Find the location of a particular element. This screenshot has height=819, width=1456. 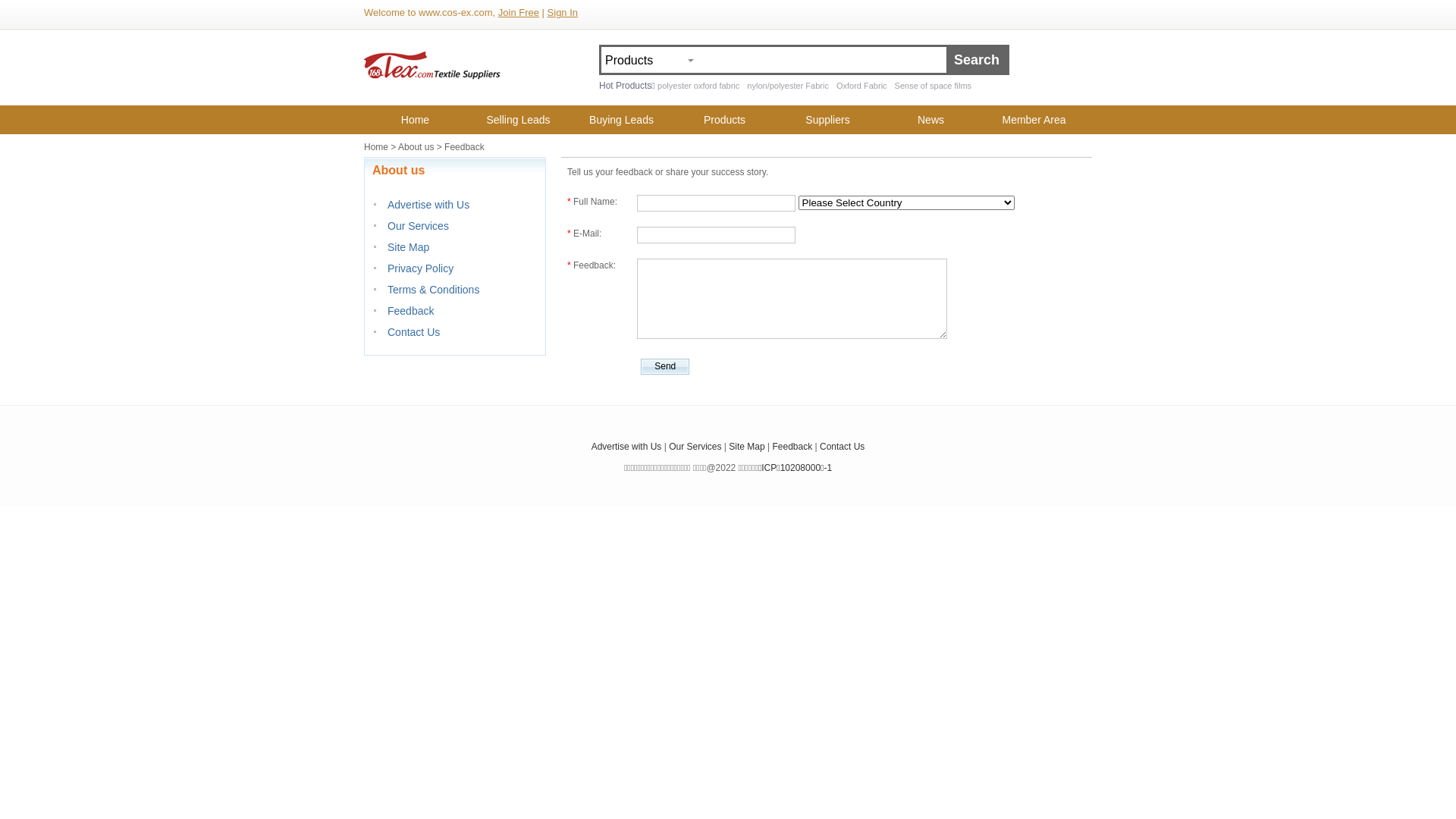

'Contact Us' is located at coordinates (413, 331).